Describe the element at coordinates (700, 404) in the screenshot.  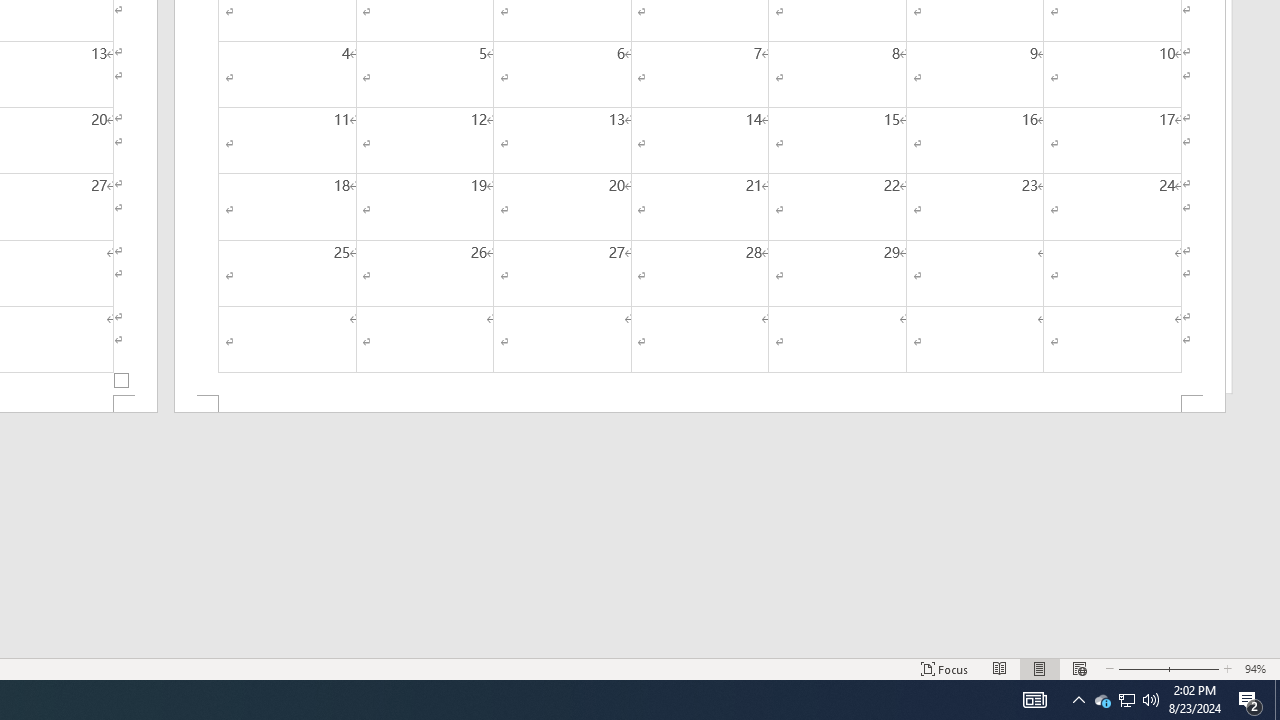
I see `'Footer -Section 2-'` at that location.